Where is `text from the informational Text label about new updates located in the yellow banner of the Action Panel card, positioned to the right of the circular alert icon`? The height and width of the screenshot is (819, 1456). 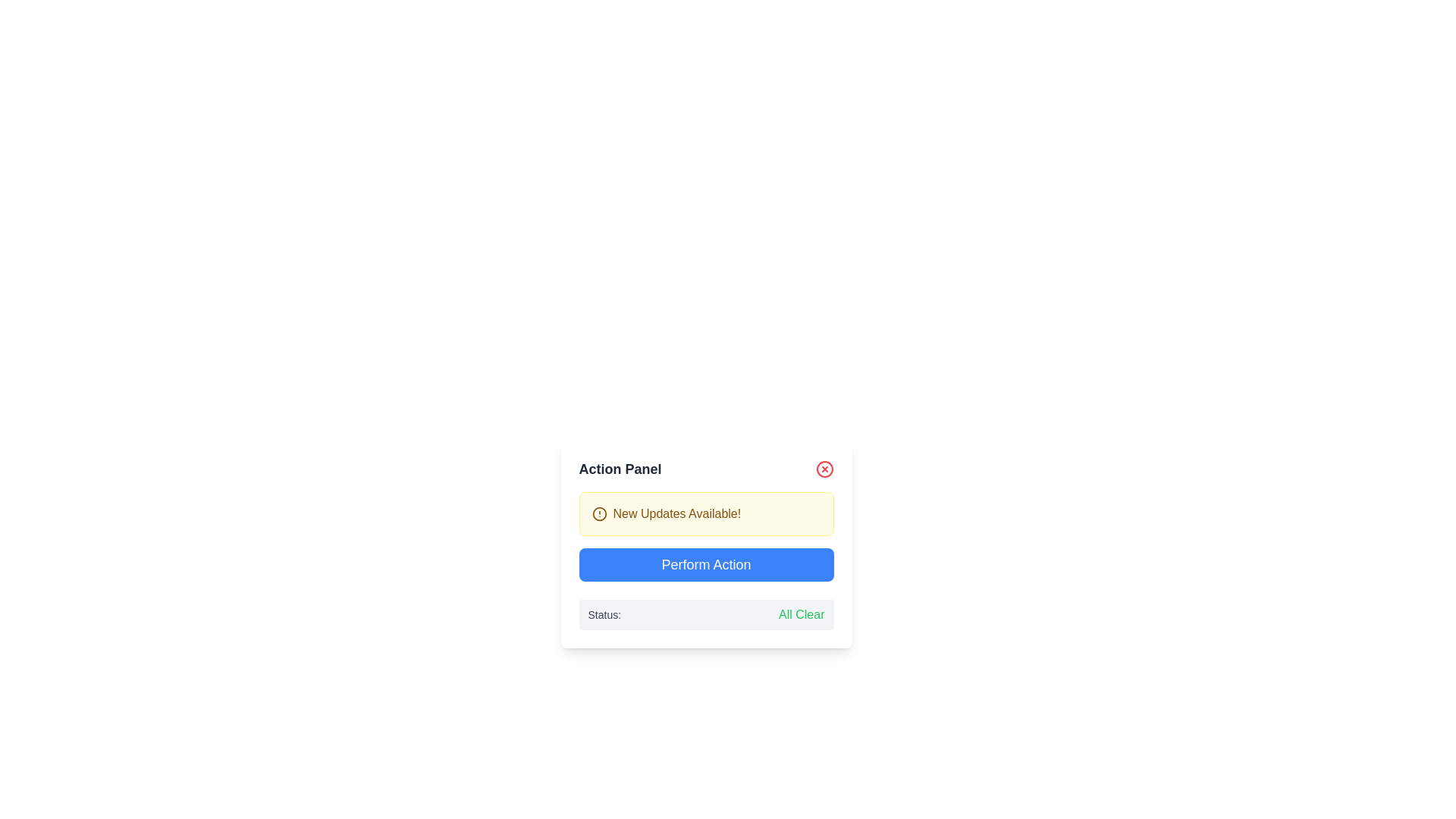
text from the informational Text label about new updates located in the yellow banner of the Action Panel card, positioned to the right of the circular alert icon is located at coordinates (676, 513).